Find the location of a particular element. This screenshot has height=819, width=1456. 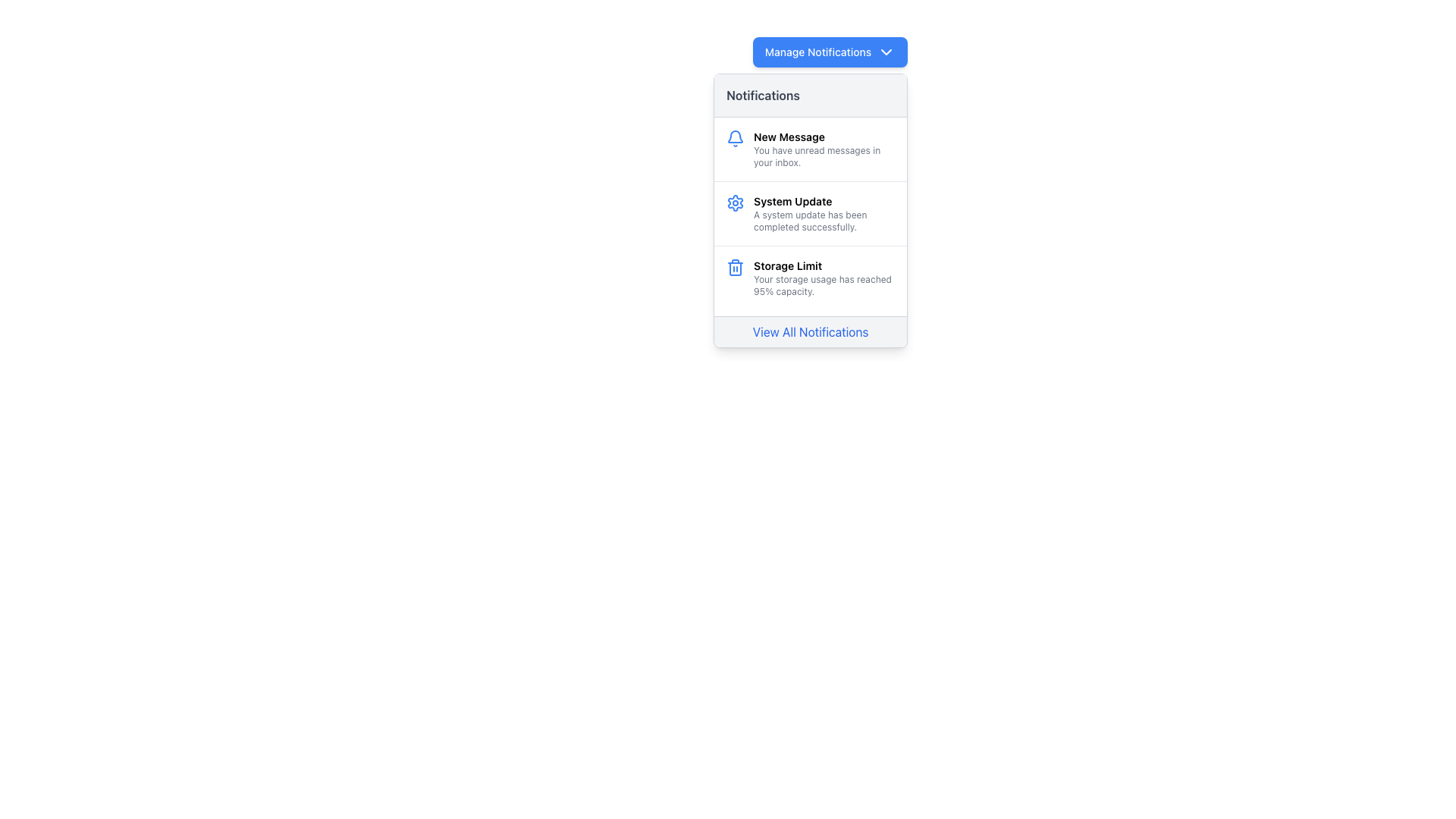

the gear icon located at the top-right corner of the interface within the 'Notifications' dropdown menu is located at coordinates (735, 202).